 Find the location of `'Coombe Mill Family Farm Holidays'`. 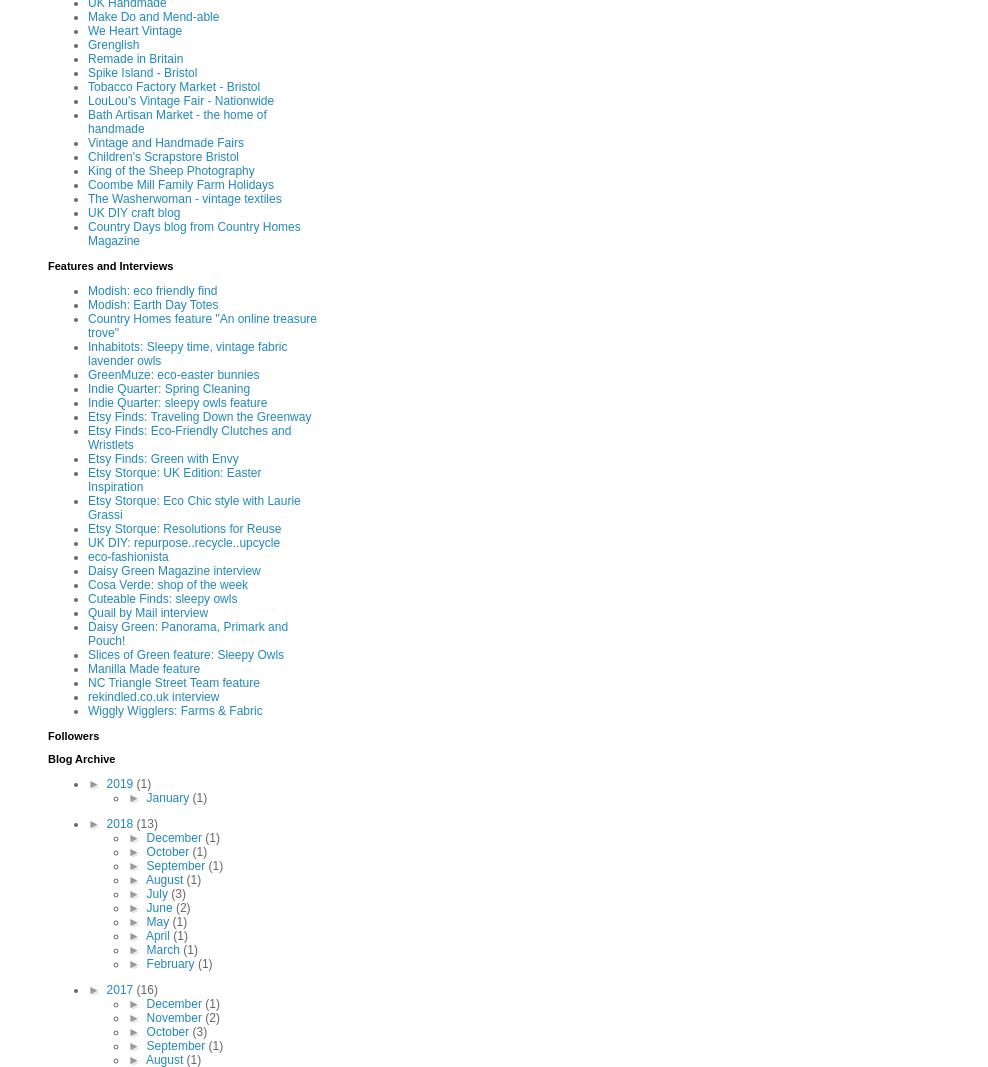

'Coombe Mill Family Farm Holidays' is located at coordinates (180, 185).